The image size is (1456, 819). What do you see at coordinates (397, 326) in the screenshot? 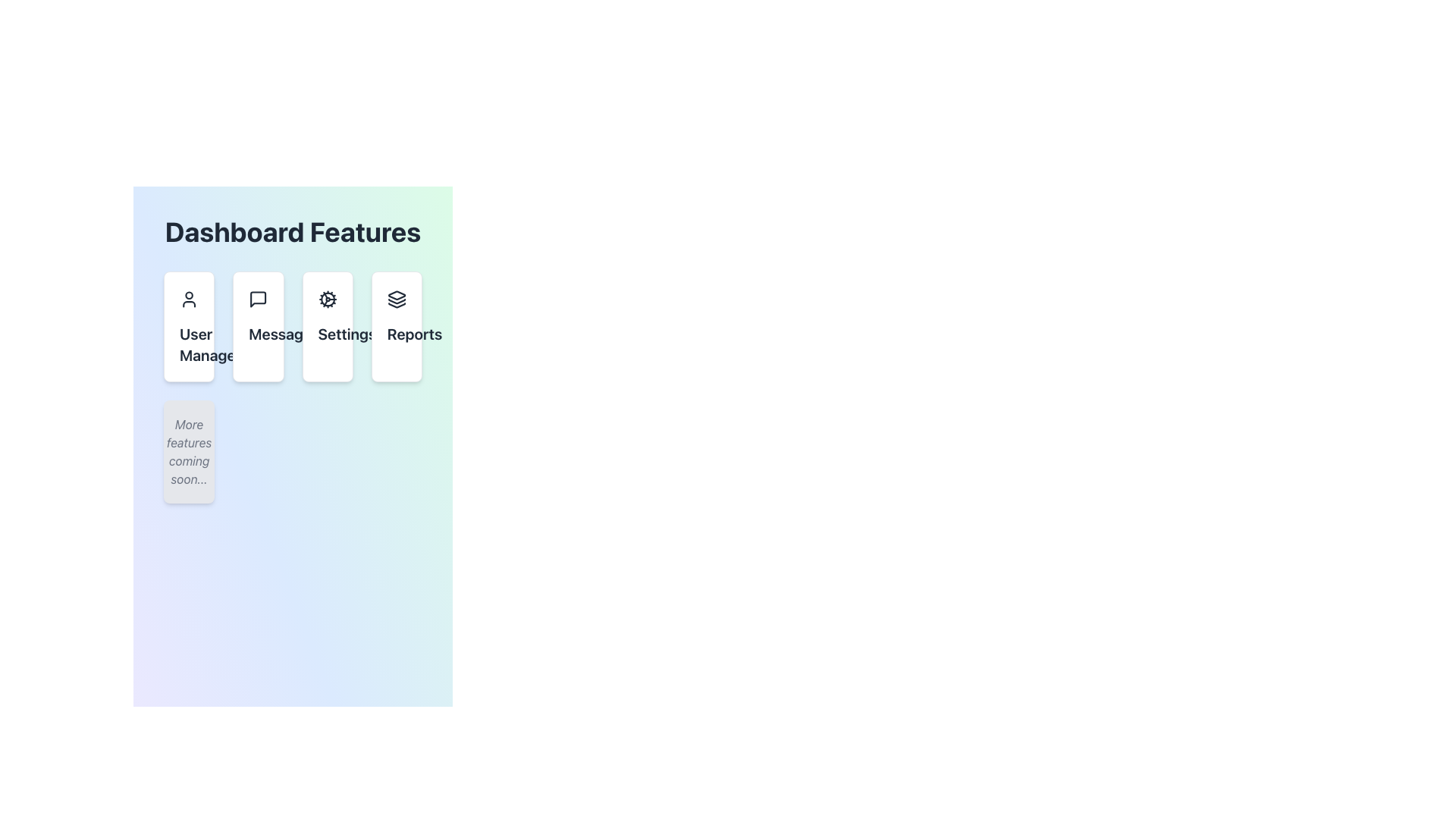
I see `the navigation button located at the fourth position in a horizontal row of buttons, which redirects users to the Reports section` at bounding box center [397, 326].